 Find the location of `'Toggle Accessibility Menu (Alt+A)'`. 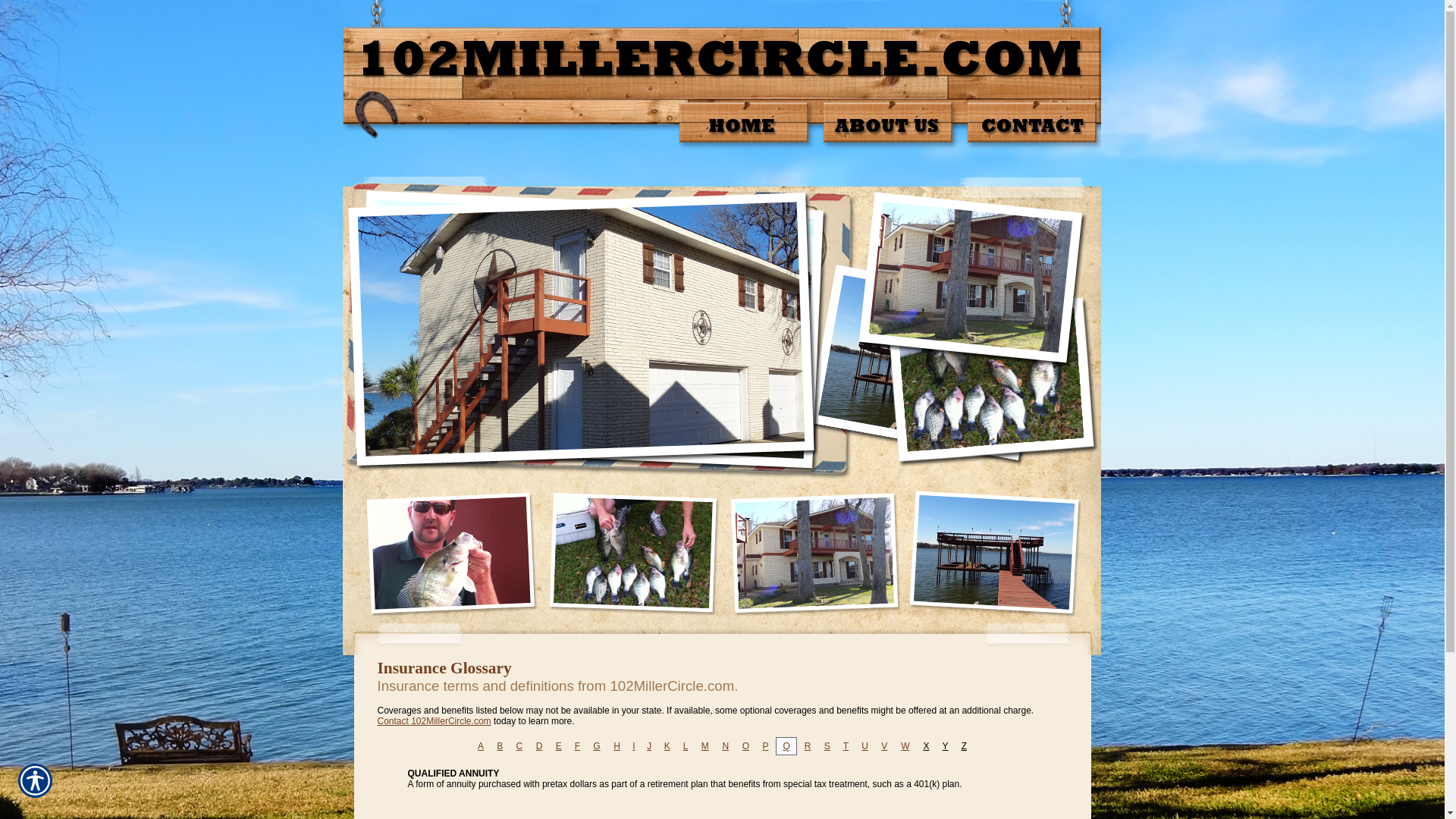

'Toggle Accessibility Menu (Alt+A)' is located at coordinates (35, 780).